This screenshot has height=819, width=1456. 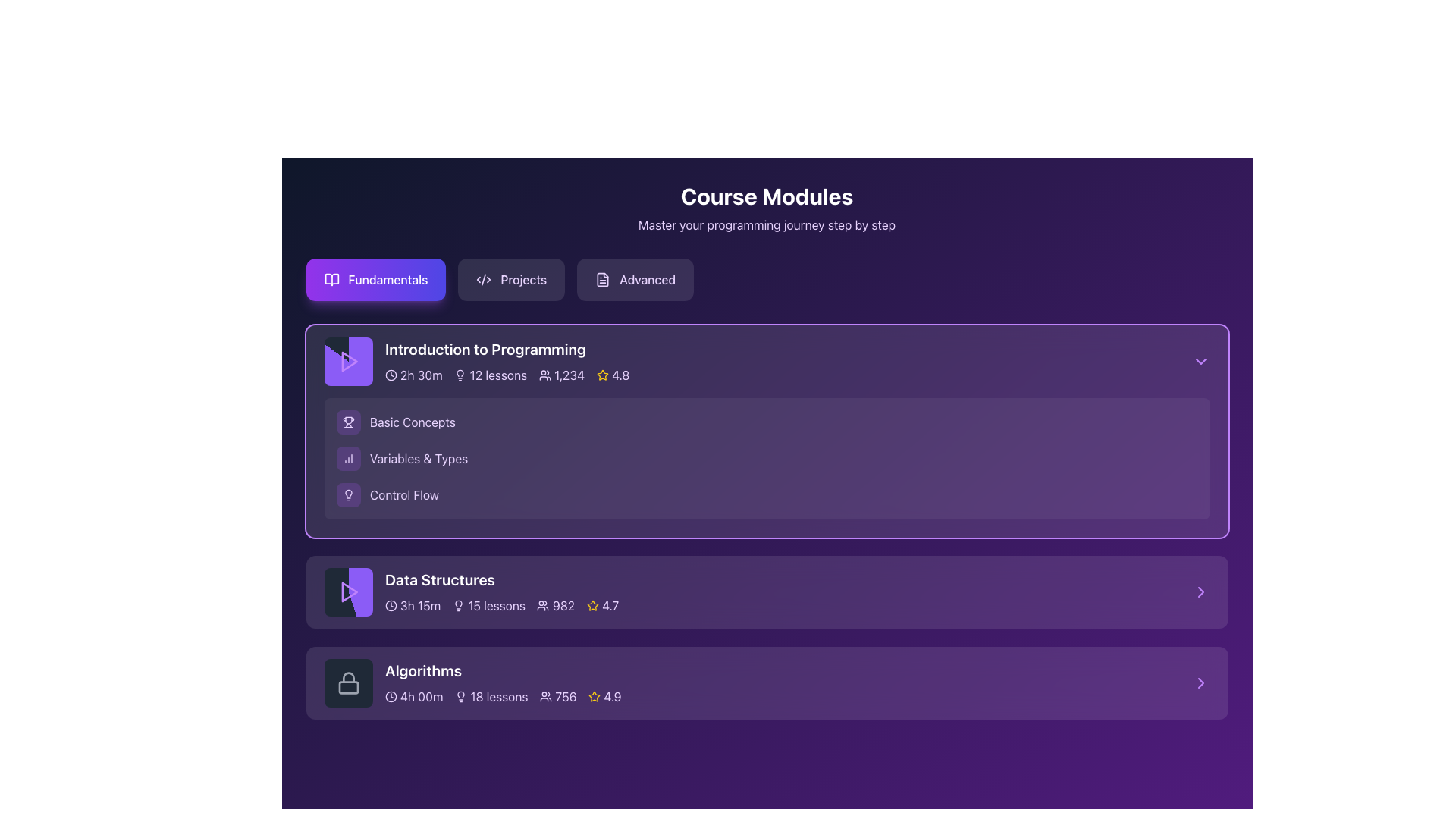 I want to click on the triangular play symbol icon with a purple hue located in the top-left position of the 'Introduction to Programming' course module card, so click(x=347, y=362).